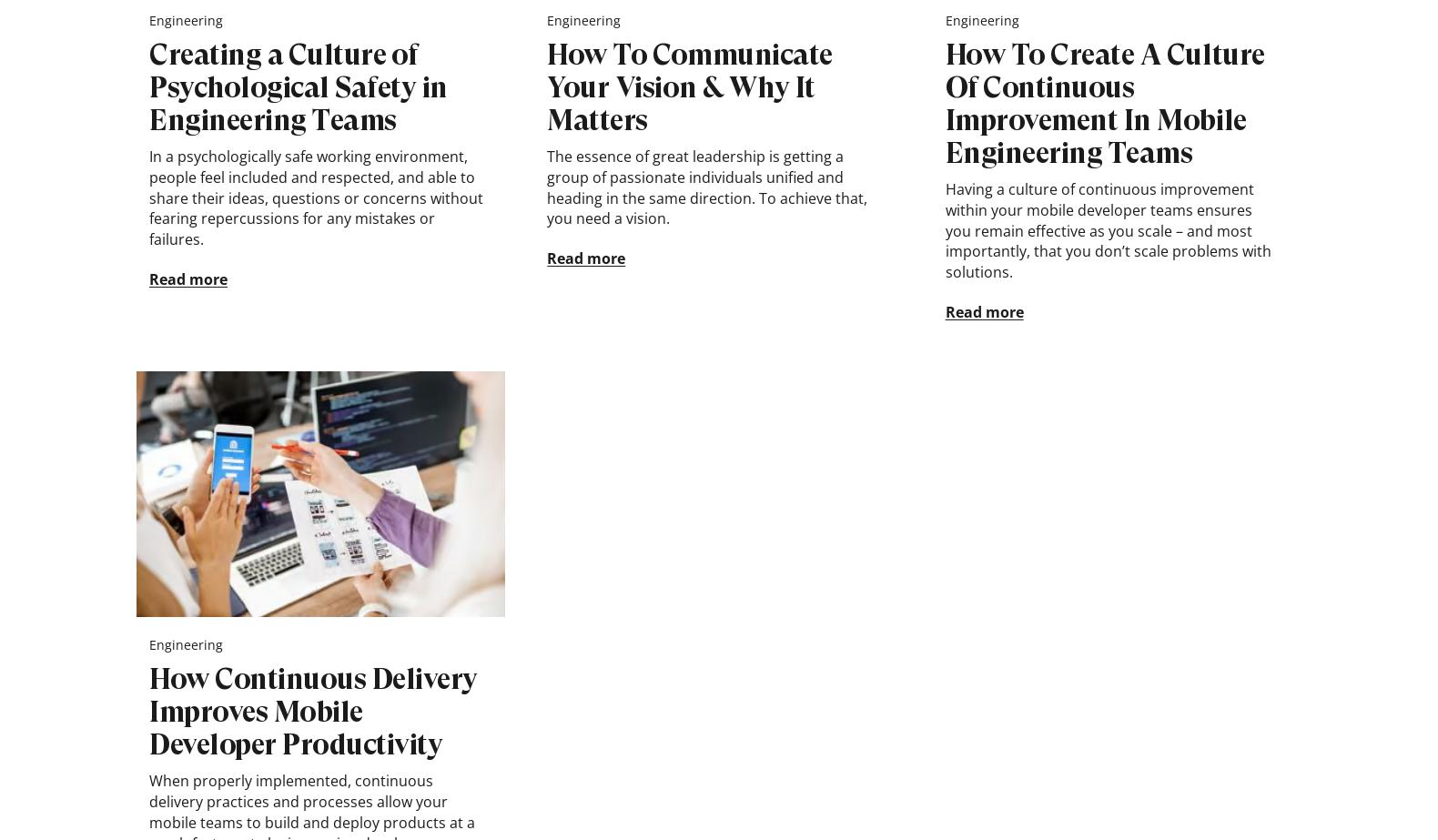 The image size is (1438, 840). What do you see at coordinates (948, 57) in the screenshot?
I see `'Sustainability Statement'` at bounding box center [948, 57].